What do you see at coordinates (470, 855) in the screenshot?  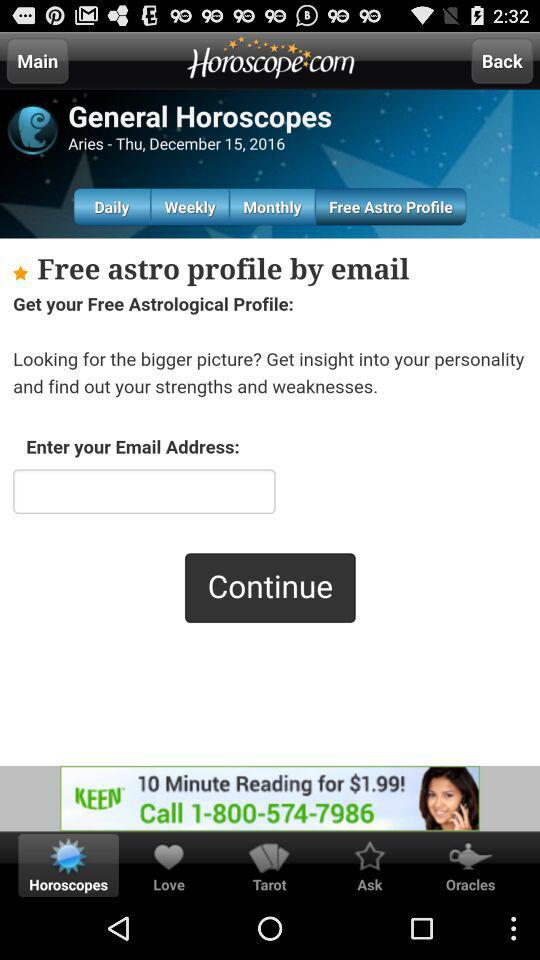 I see `the icon which is above the text oracles` at bounding box center [470, 855].